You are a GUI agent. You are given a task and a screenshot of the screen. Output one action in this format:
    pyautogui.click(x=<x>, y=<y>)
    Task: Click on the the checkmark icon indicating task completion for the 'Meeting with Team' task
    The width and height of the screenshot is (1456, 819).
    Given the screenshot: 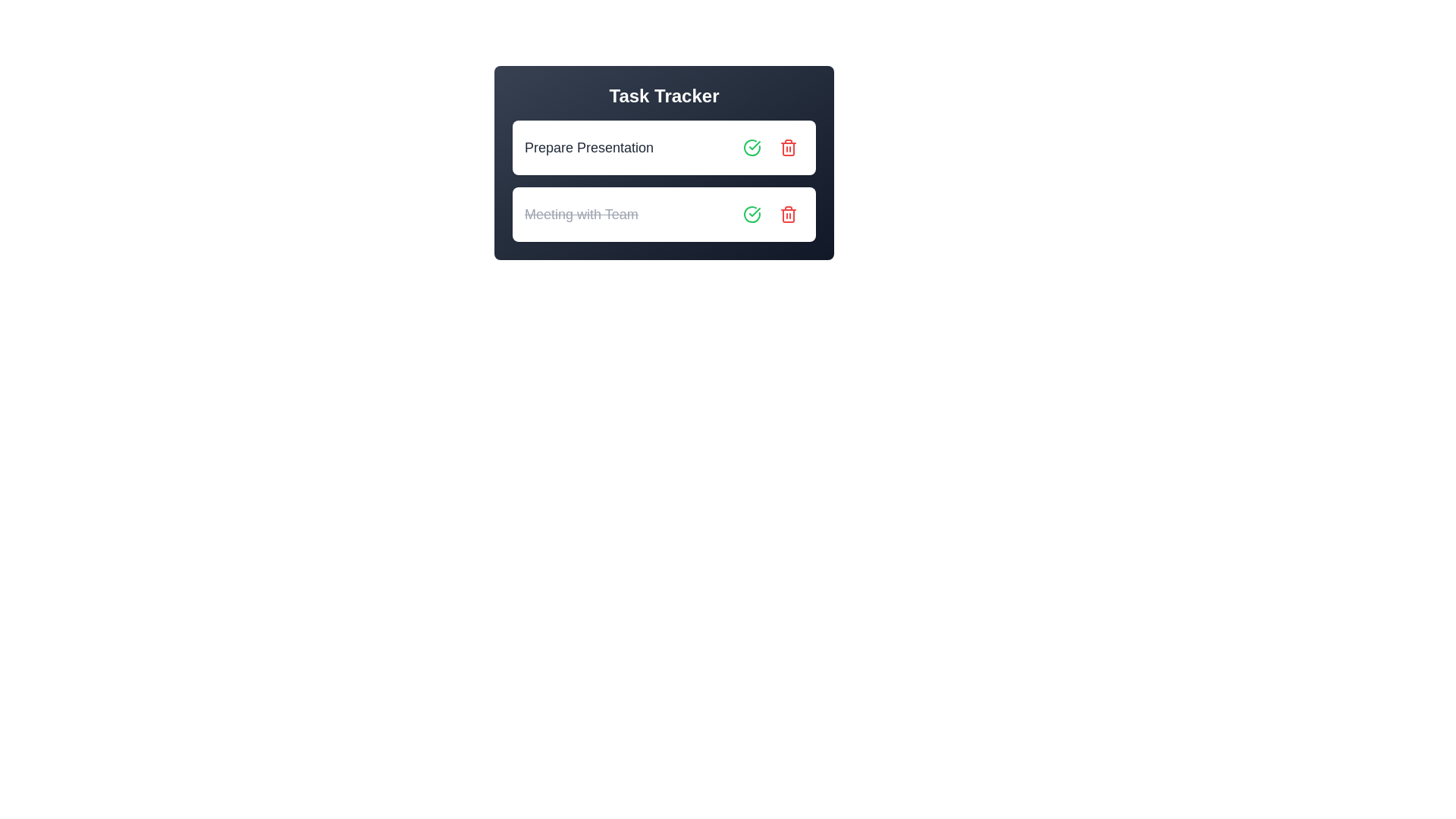 What is the action you would take?
    pyautogui.click(x=755, y=146)
    